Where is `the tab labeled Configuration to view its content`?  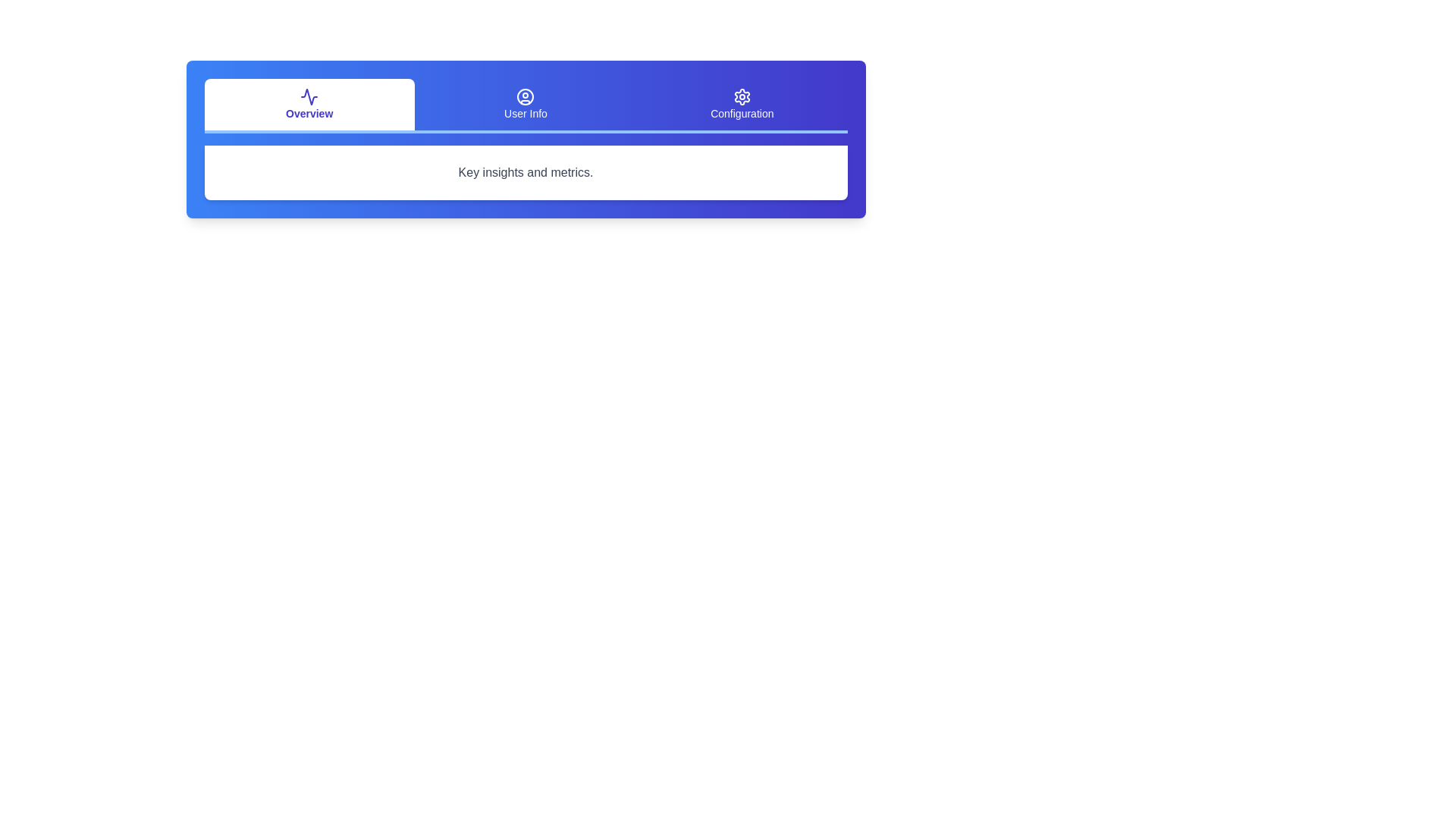
the tab labeled Configuration to view its content is located at coordinates (742, 104).